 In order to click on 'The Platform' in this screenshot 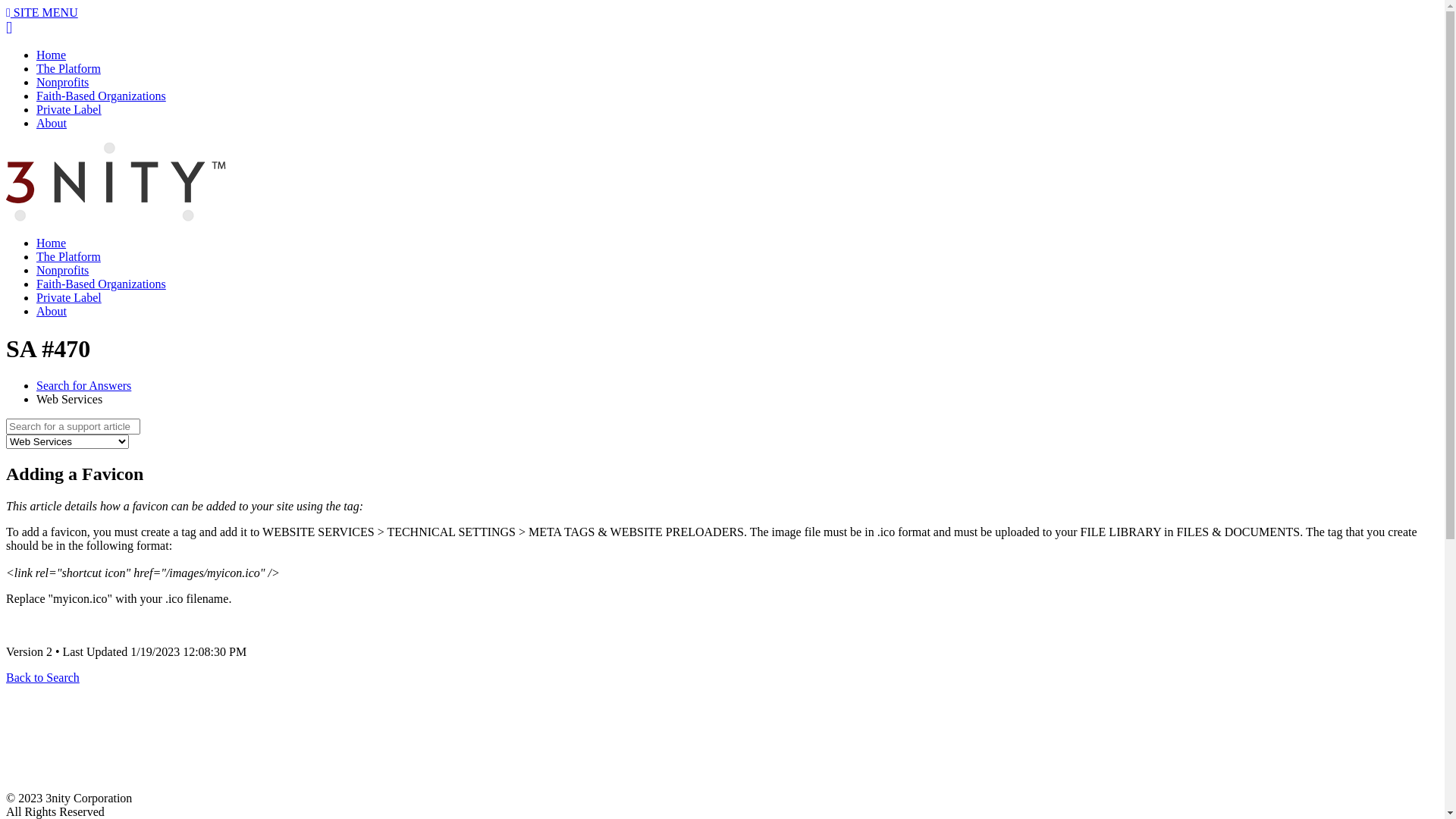, I will do `click(67, 256)`.